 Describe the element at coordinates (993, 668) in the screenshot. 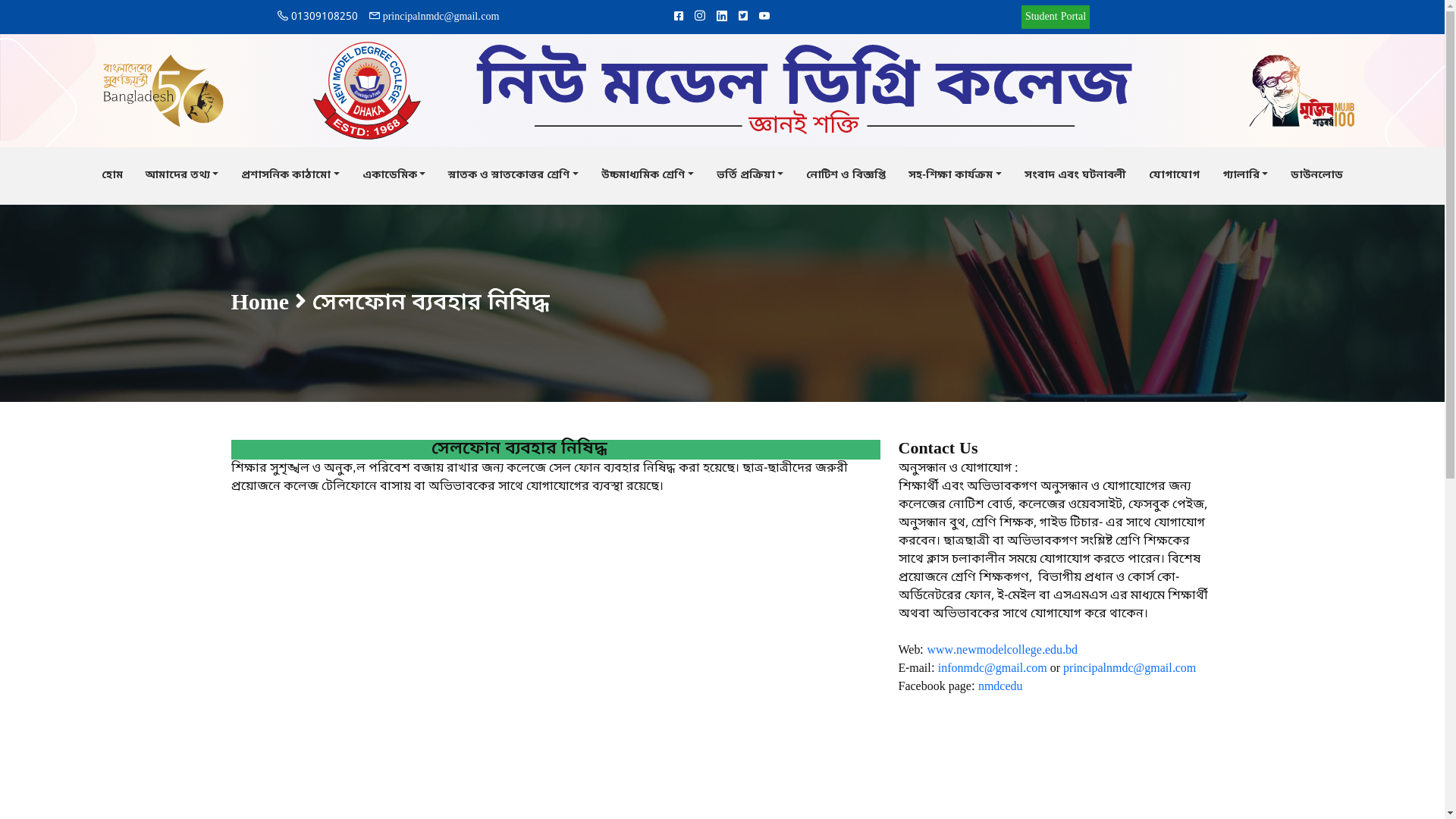

I see `'infonmdc@gmail.com'` at that location.